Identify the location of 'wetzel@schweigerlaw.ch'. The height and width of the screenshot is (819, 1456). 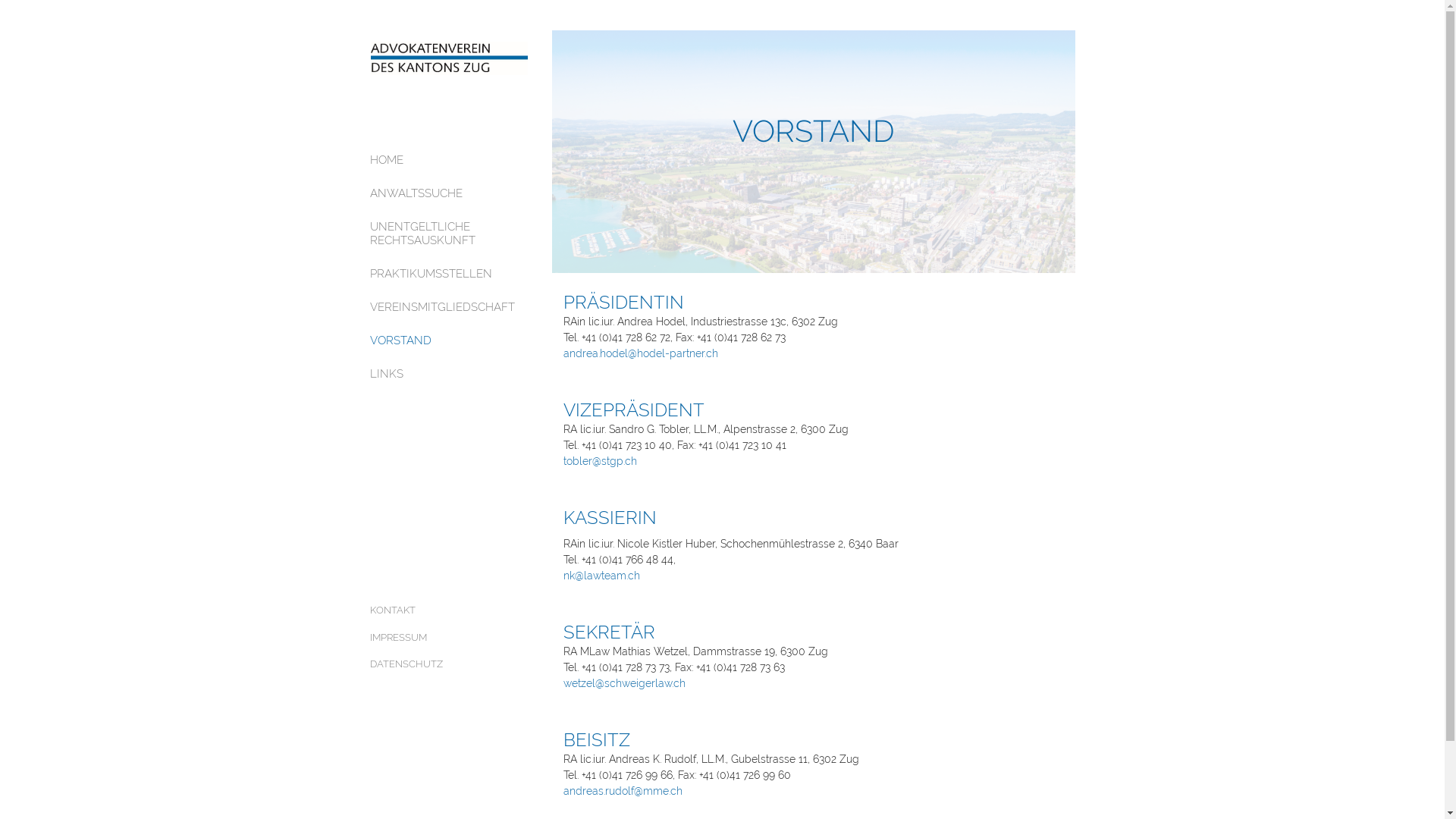
(562, 683).